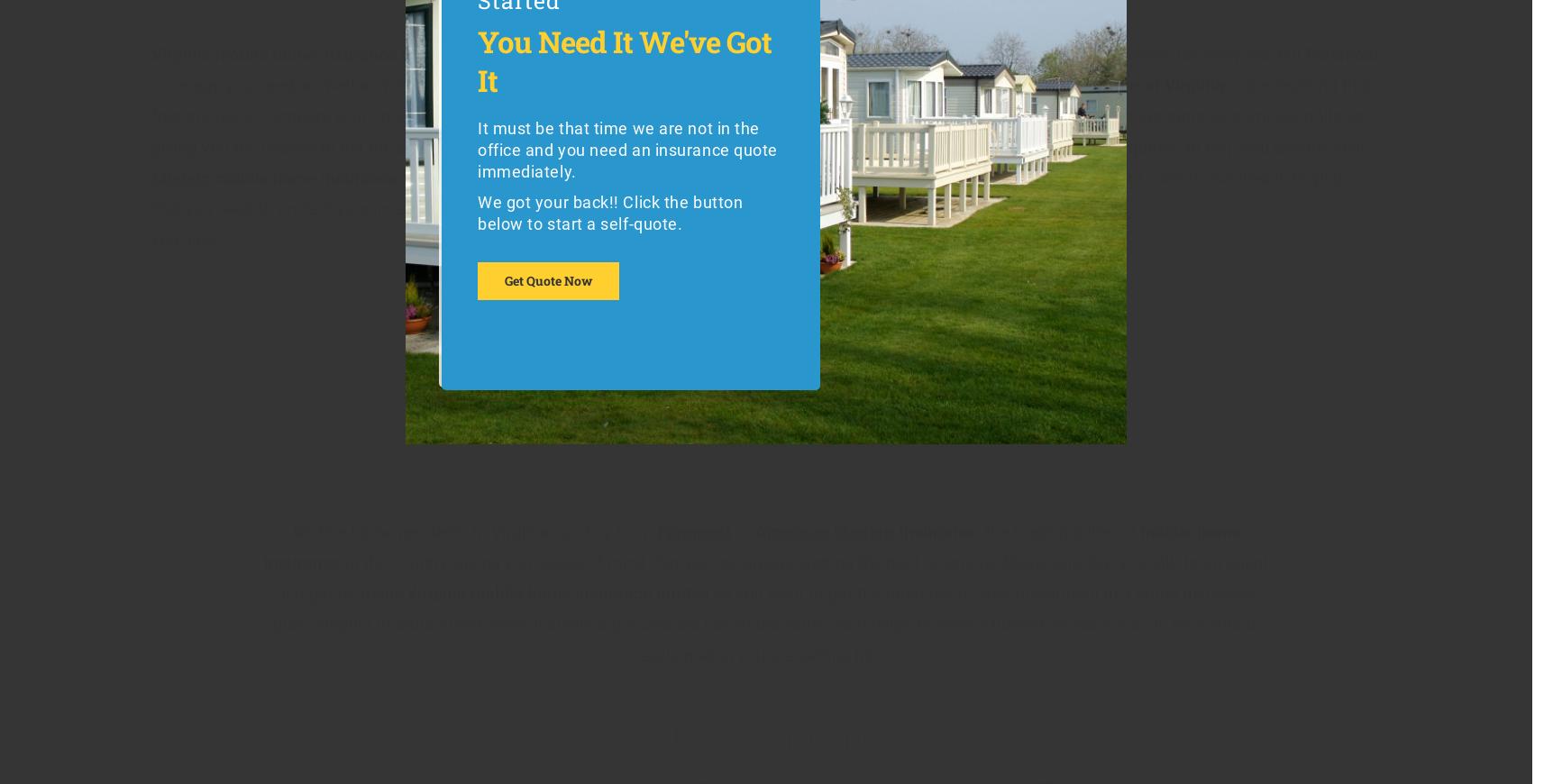 This screenshot has height=784, width=1553. I want to click on 'We got your back!! Click the button below to get a quote.', so click(609, 202).